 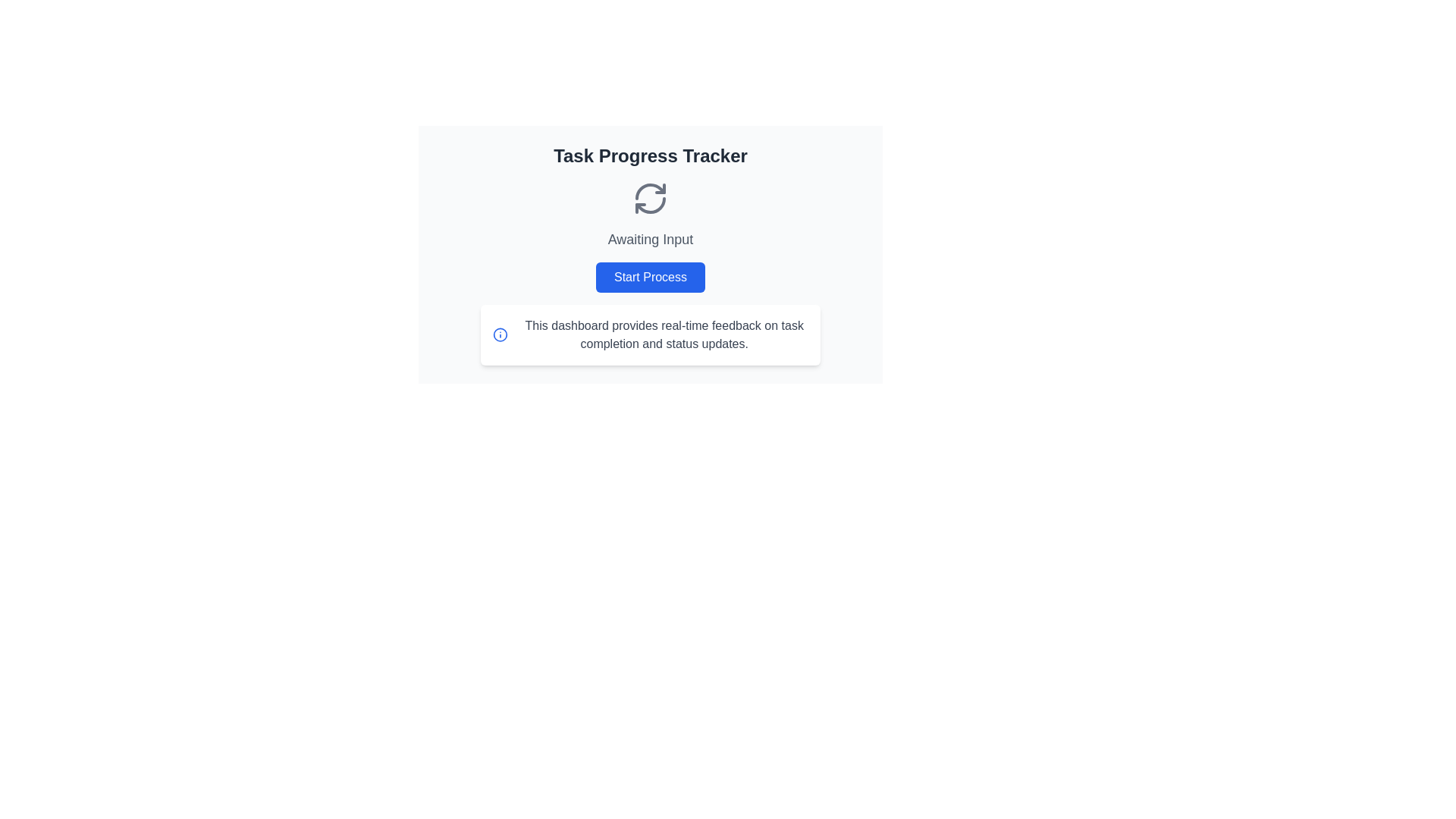 What do you see at coordinates (500, 334) in the screenshot?
I see `the icon that visually represents information related to the text 'This dashboard provides real-time feedback on task completion and status updates.'` at bounding box center [500, 334].